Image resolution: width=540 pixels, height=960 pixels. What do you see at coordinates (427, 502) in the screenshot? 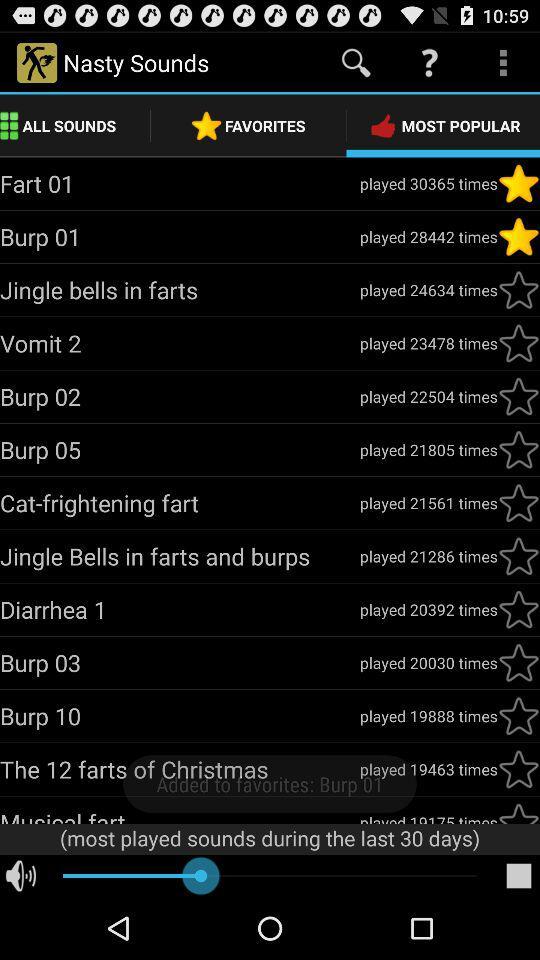
I see `the played 21561 times` at bounding box center [427, 502].